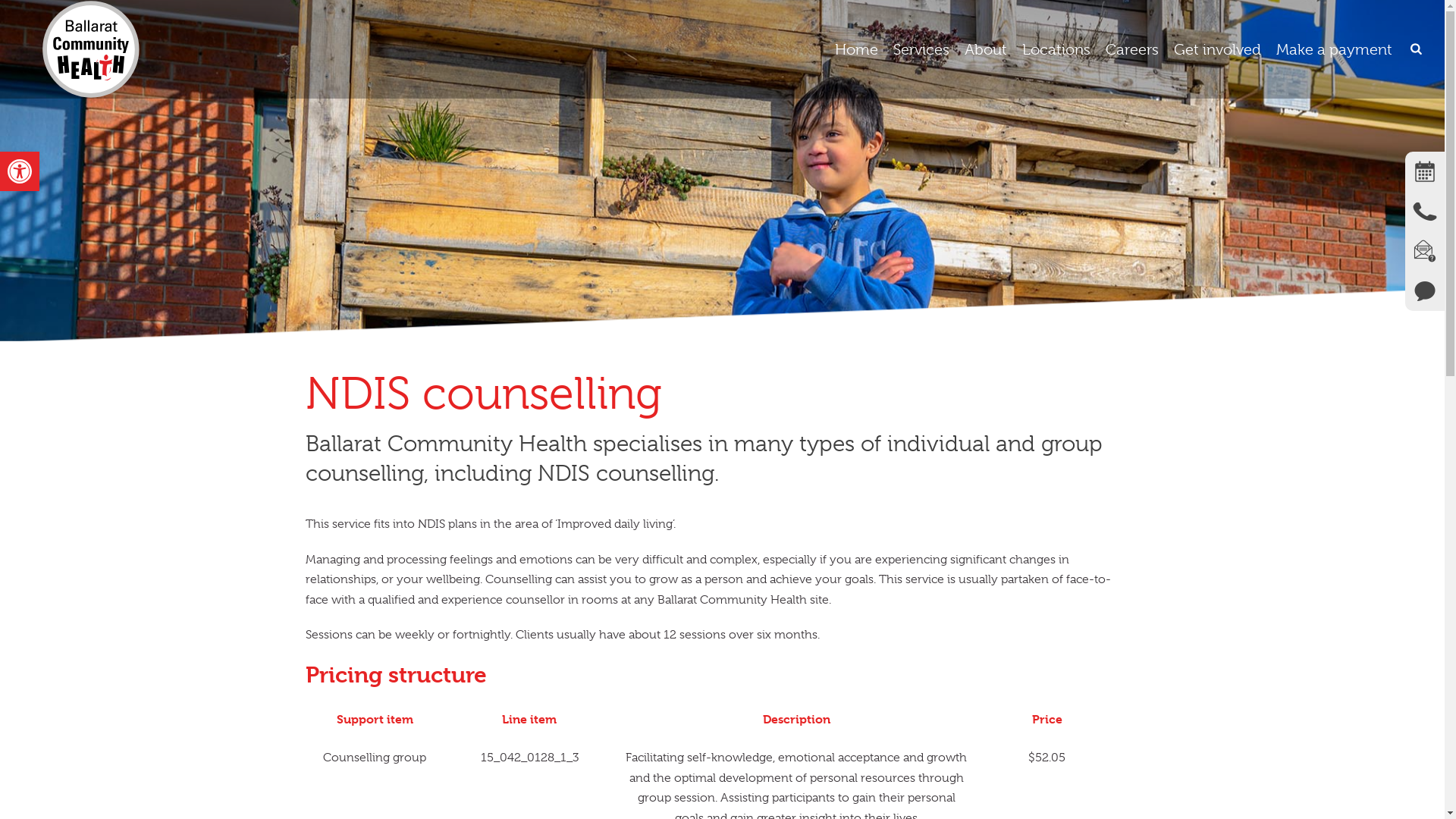  What do you see at coordinates (1217, 49) in the screenshot?
I see `'Get involved'` at bounding box center [1217, 49].